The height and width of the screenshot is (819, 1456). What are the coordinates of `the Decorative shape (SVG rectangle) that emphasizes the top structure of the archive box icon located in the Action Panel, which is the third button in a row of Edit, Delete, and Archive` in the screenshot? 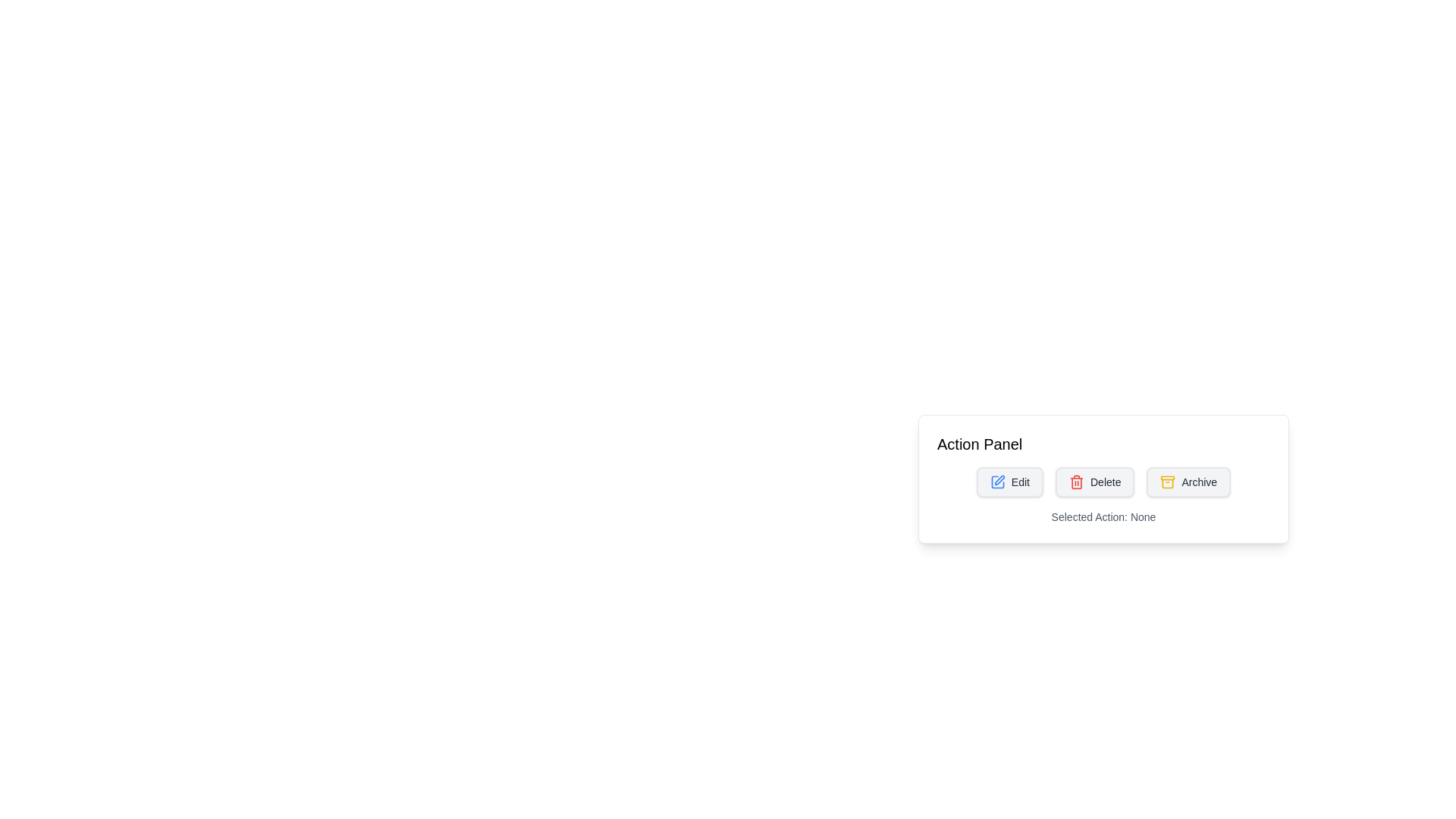 It's located at (1167, 478).